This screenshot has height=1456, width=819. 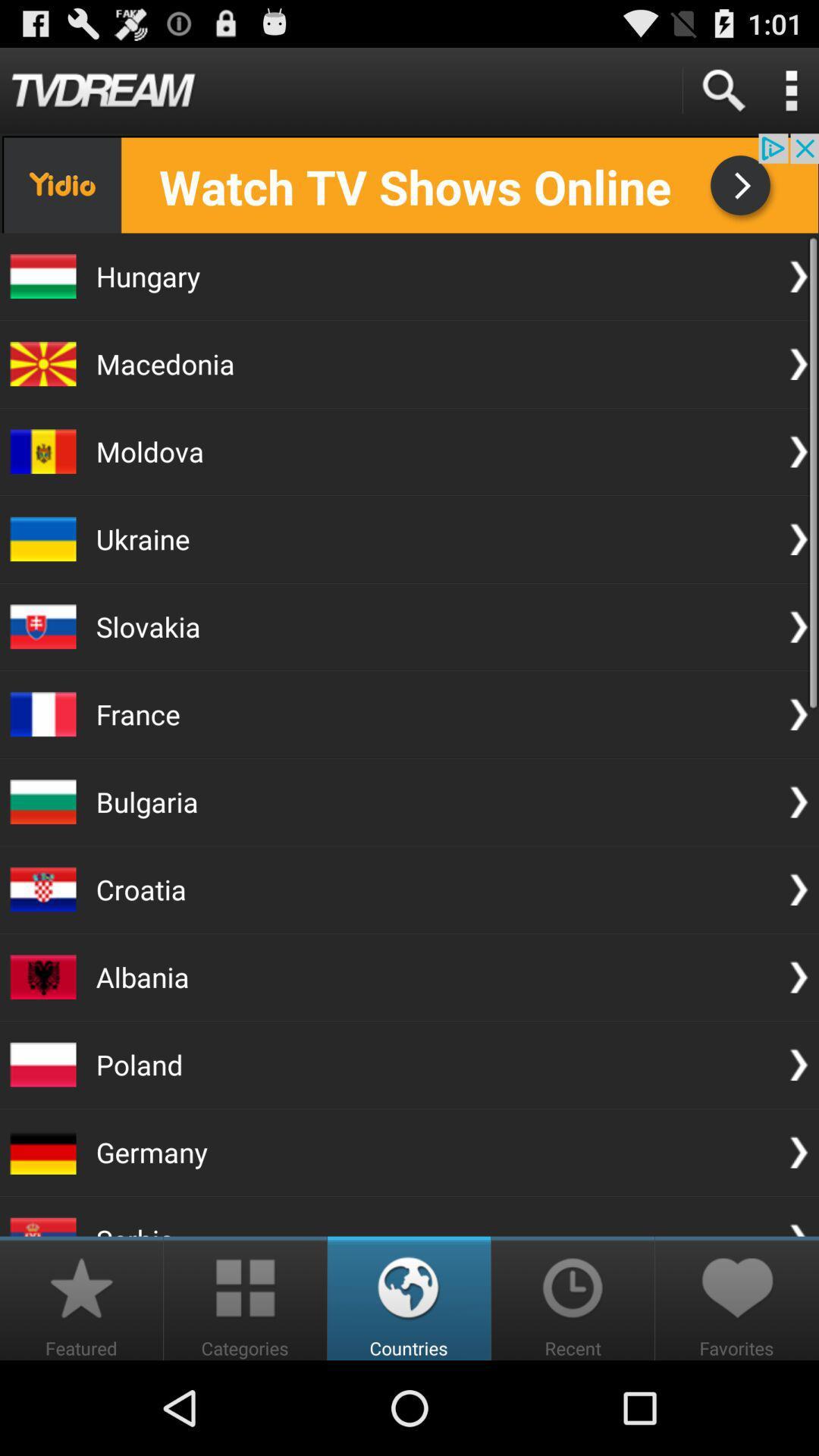 What do you see at coordinates (798, 1063) in the screenshot?
I see `the arrow icon beside poland` at bounding box center [798, 1063].